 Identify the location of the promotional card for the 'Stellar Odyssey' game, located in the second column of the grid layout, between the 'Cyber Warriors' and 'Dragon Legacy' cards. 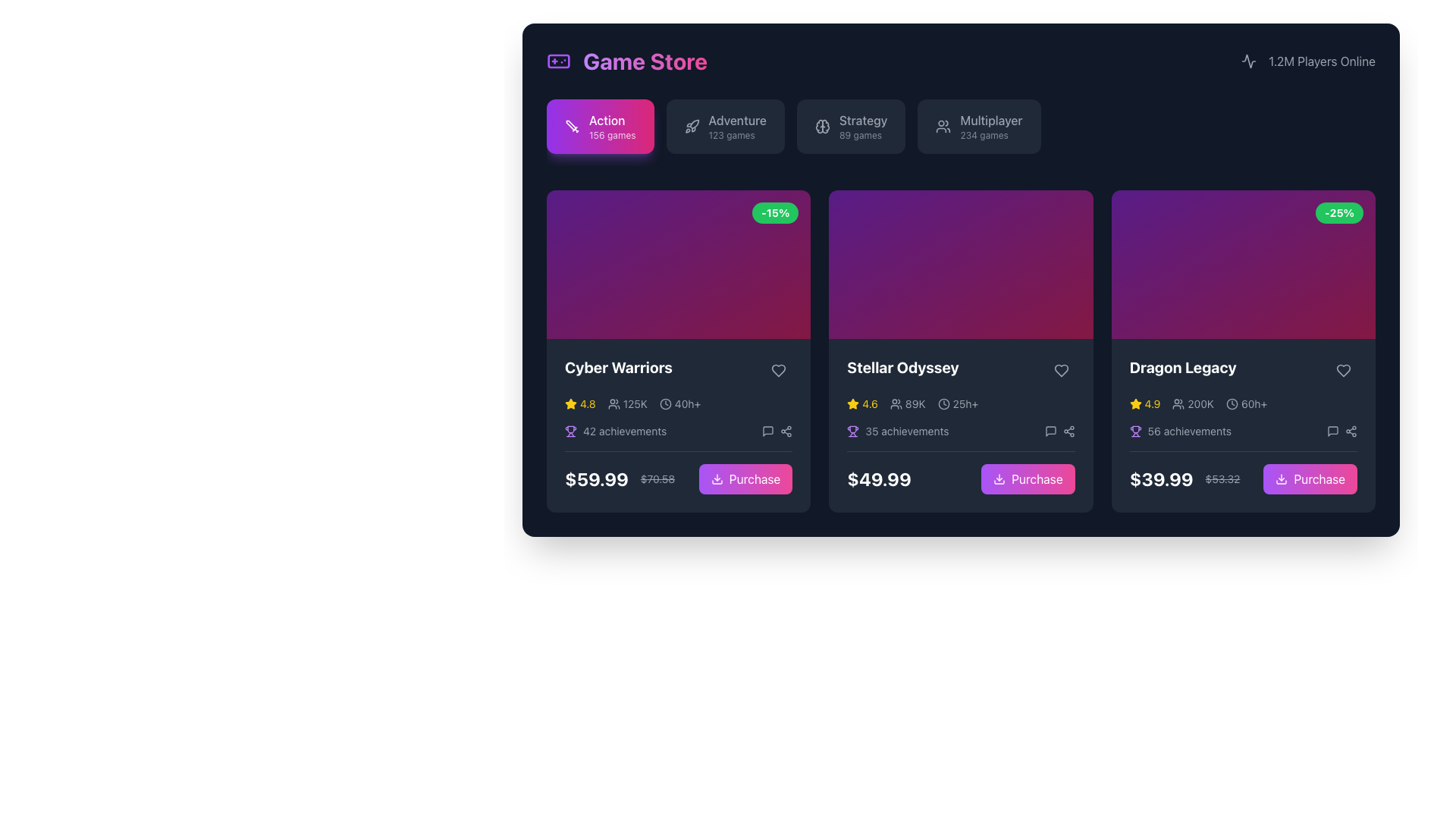
(960, 351).